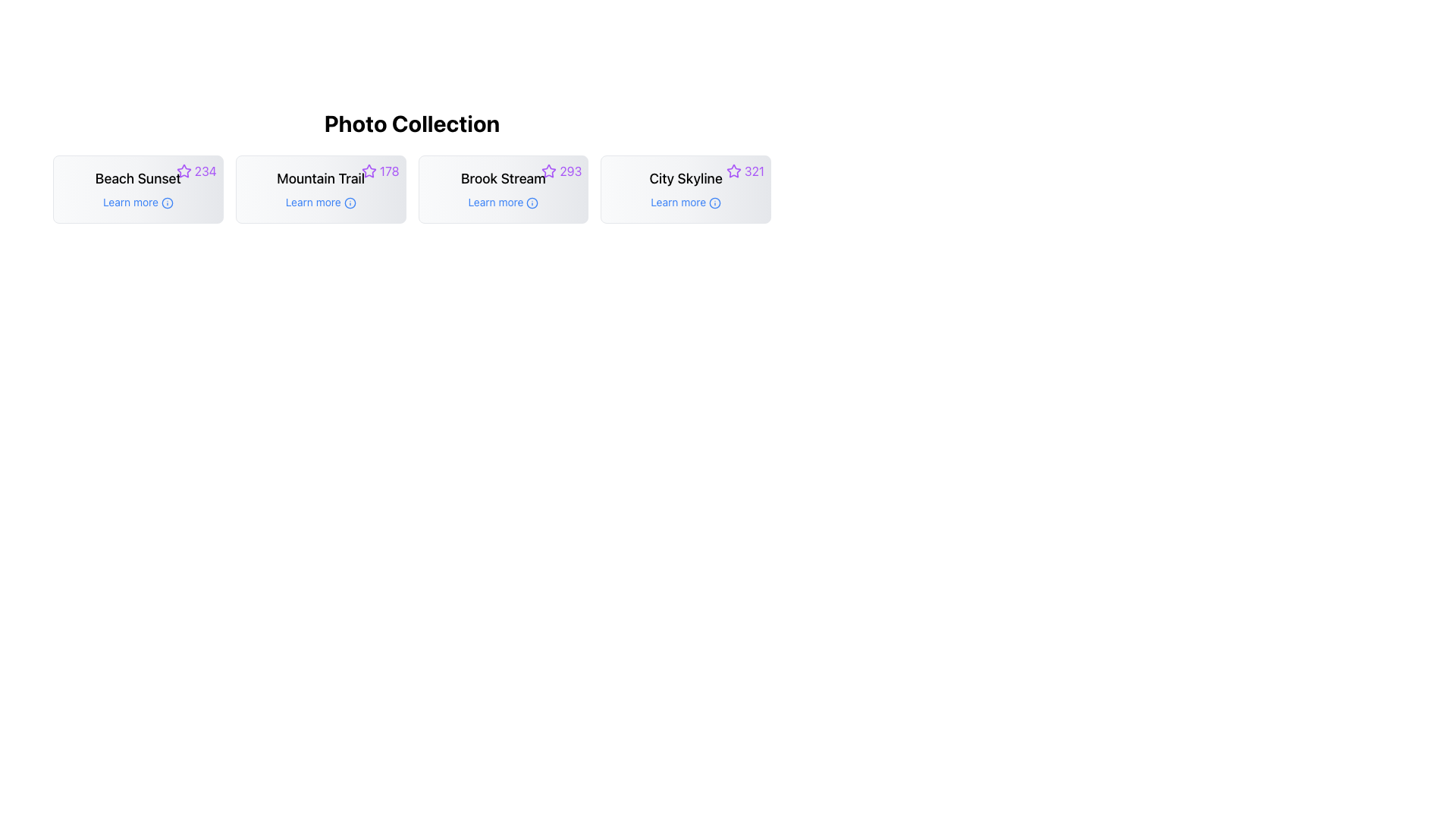 This screenshot has height=819, width=1456. I want to click on the star icon that represents the rating for the item labeled 'Beach Sunset' located in the top left corner of the grid, so click(183, 171).